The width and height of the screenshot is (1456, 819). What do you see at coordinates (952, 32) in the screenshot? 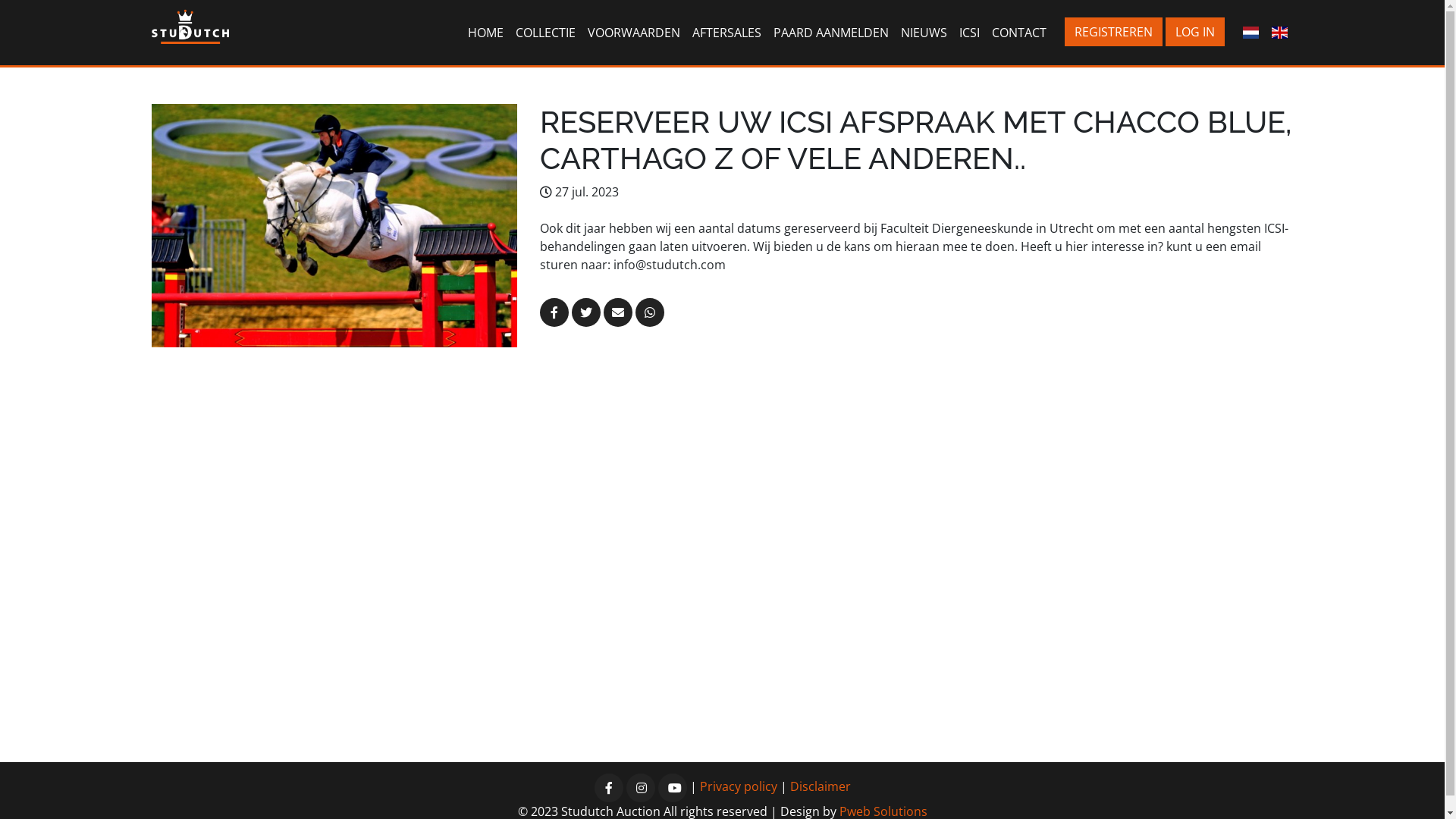
I see `'ICSI'` at bounding box center [952, 32].